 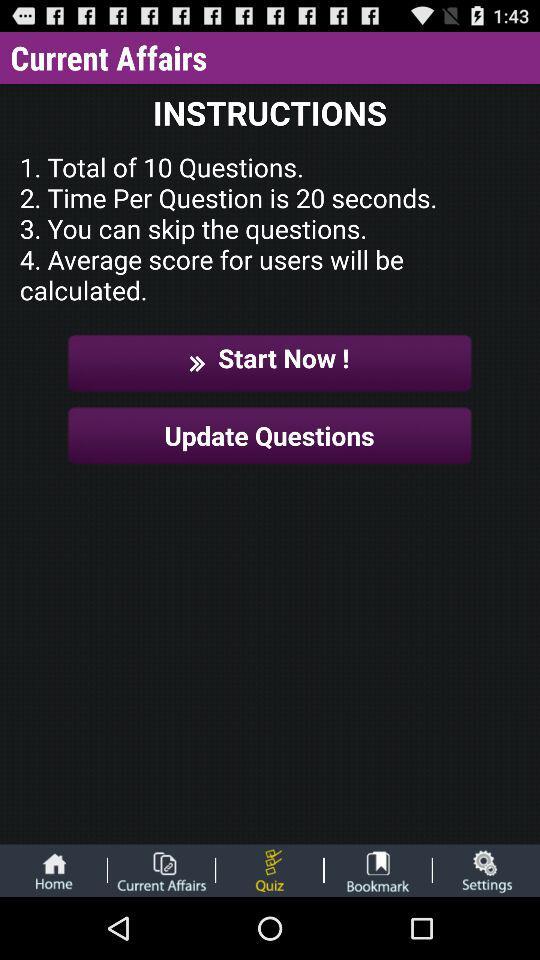 I want to click on home, so click(x=53, y=869).